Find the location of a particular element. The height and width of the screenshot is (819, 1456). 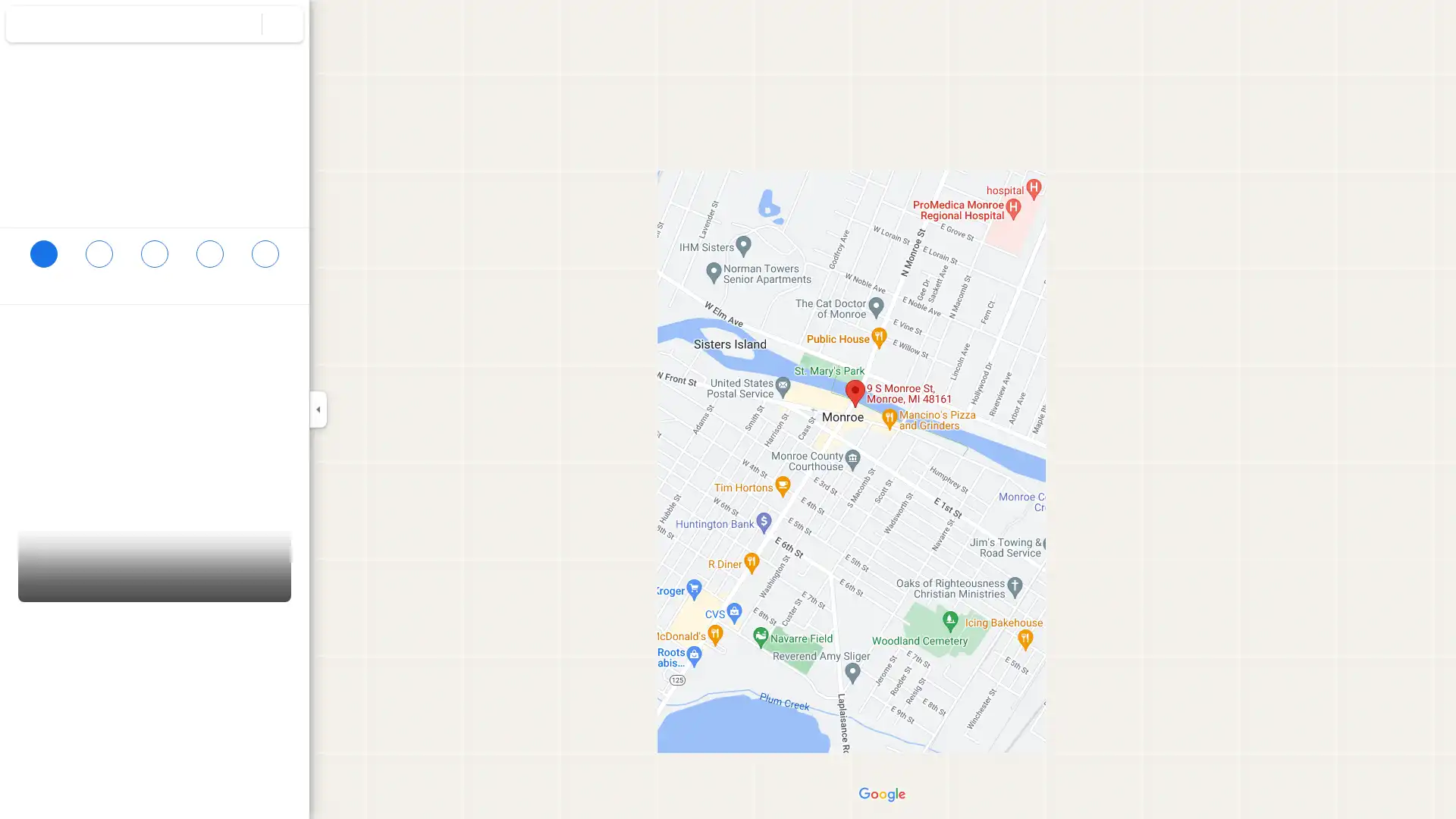

Street View is located at coordinates (155, 556).